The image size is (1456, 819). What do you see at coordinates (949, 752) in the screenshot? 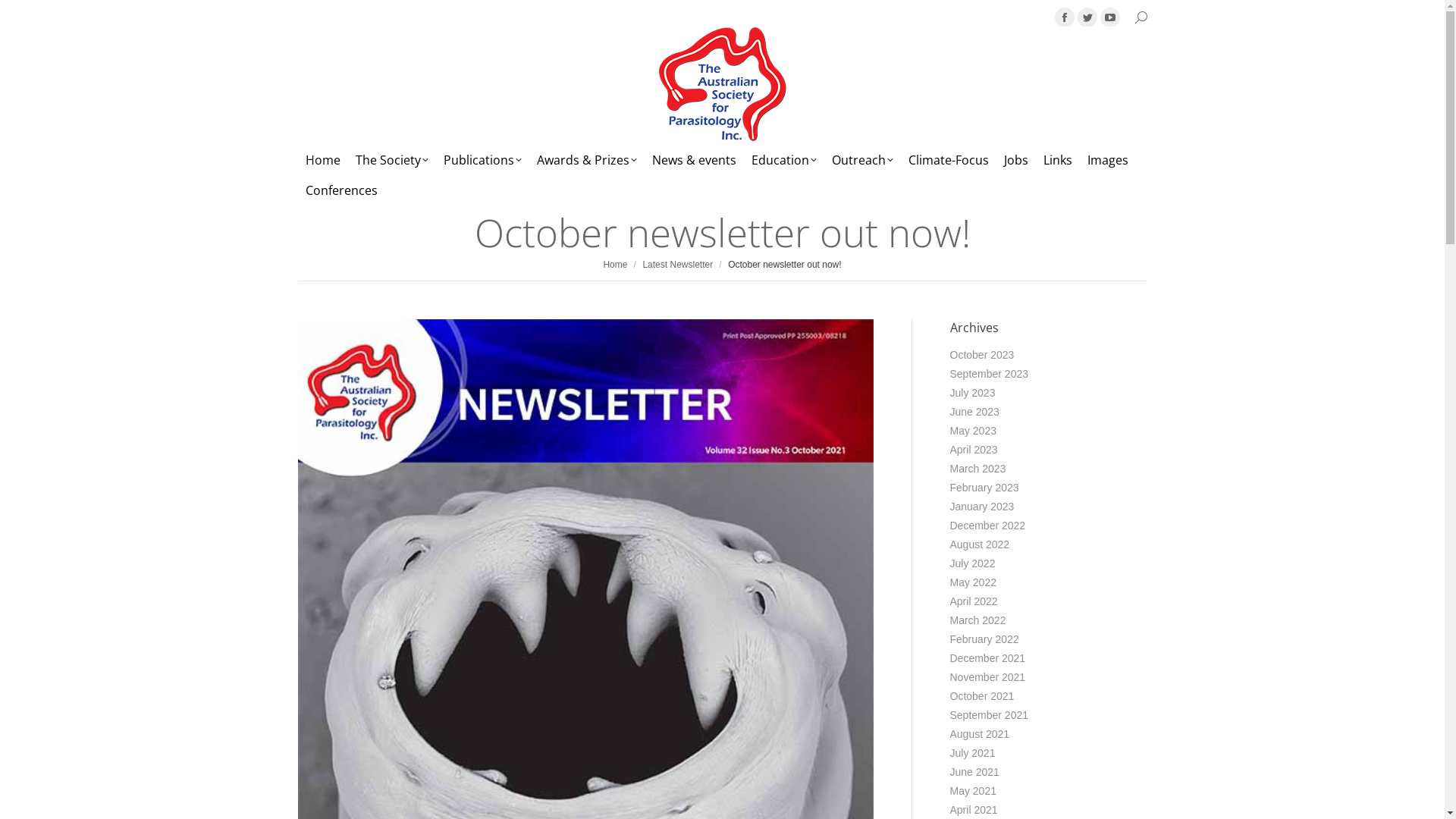
I see `'July 2021'` at bounding box center [949, 752].